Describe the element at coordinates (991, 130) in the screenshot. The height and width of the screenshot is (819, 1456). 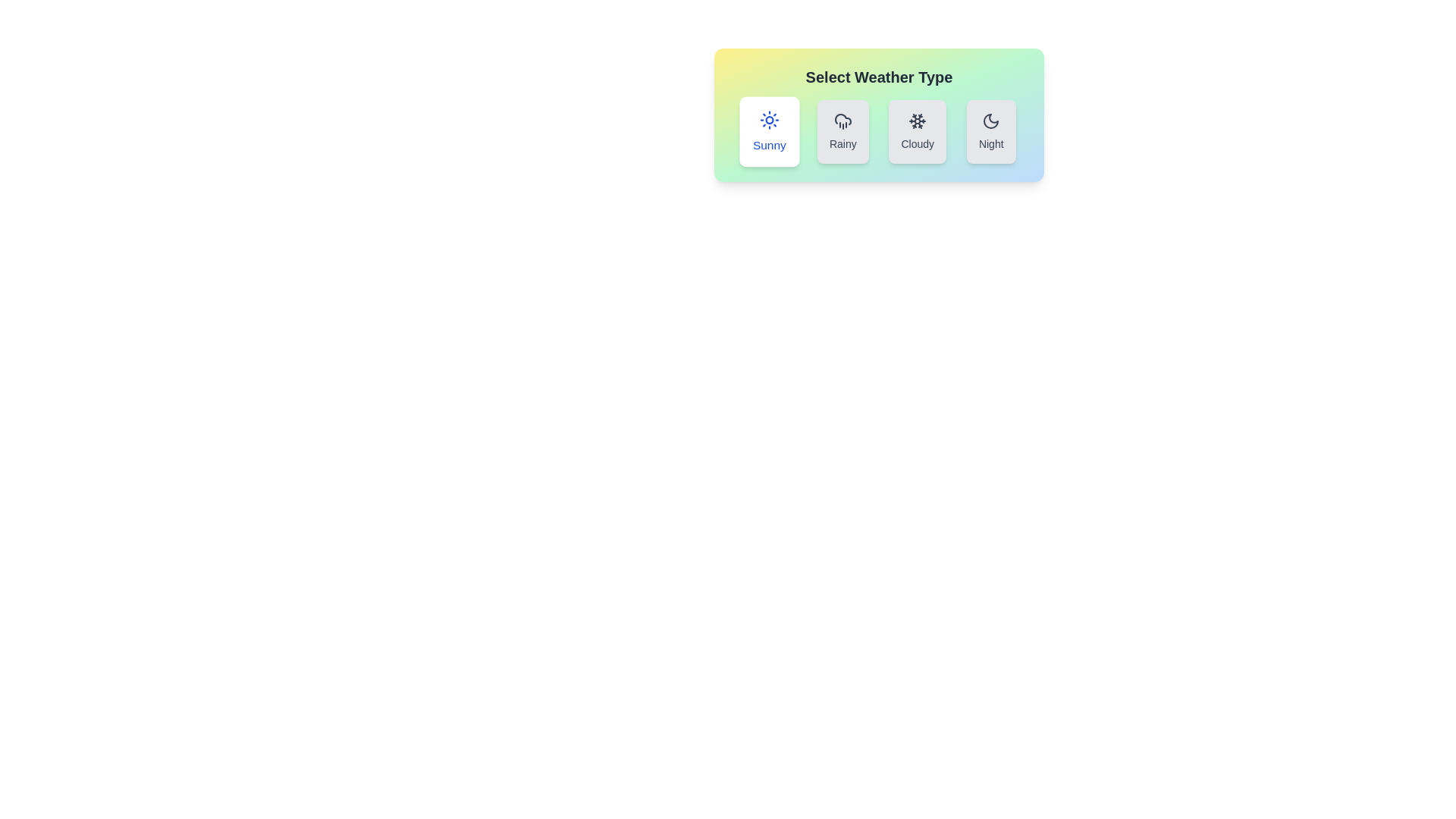
I see `the button corresponding to Night` at that location.